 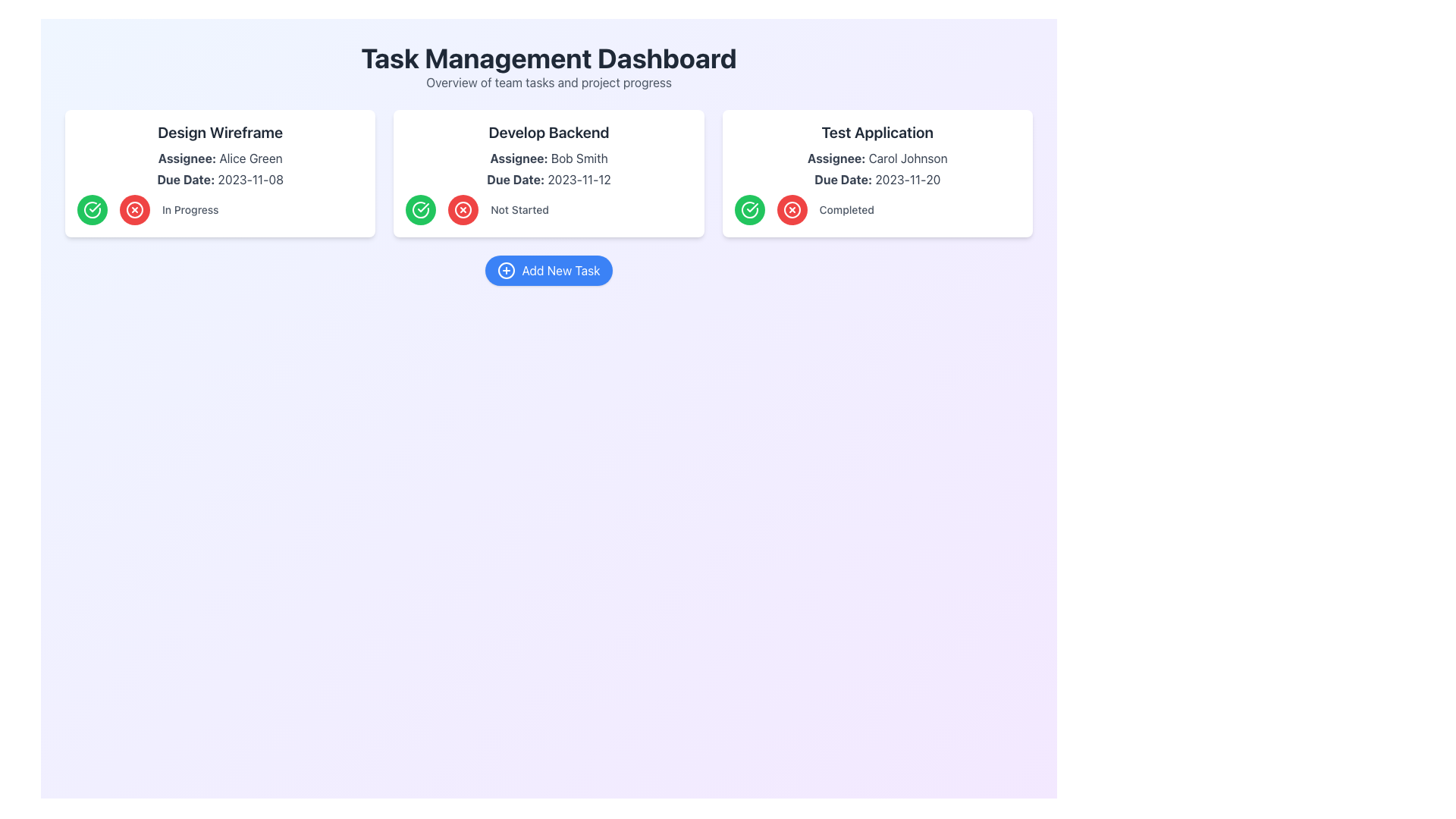 What do you see at coordinates (91, 210) in the screenshot?
I see `the small circular green button with a check mark icon located in the 'Design Wireframe' card to mark the task as complete or in progress` at bounding box center [91, 210].